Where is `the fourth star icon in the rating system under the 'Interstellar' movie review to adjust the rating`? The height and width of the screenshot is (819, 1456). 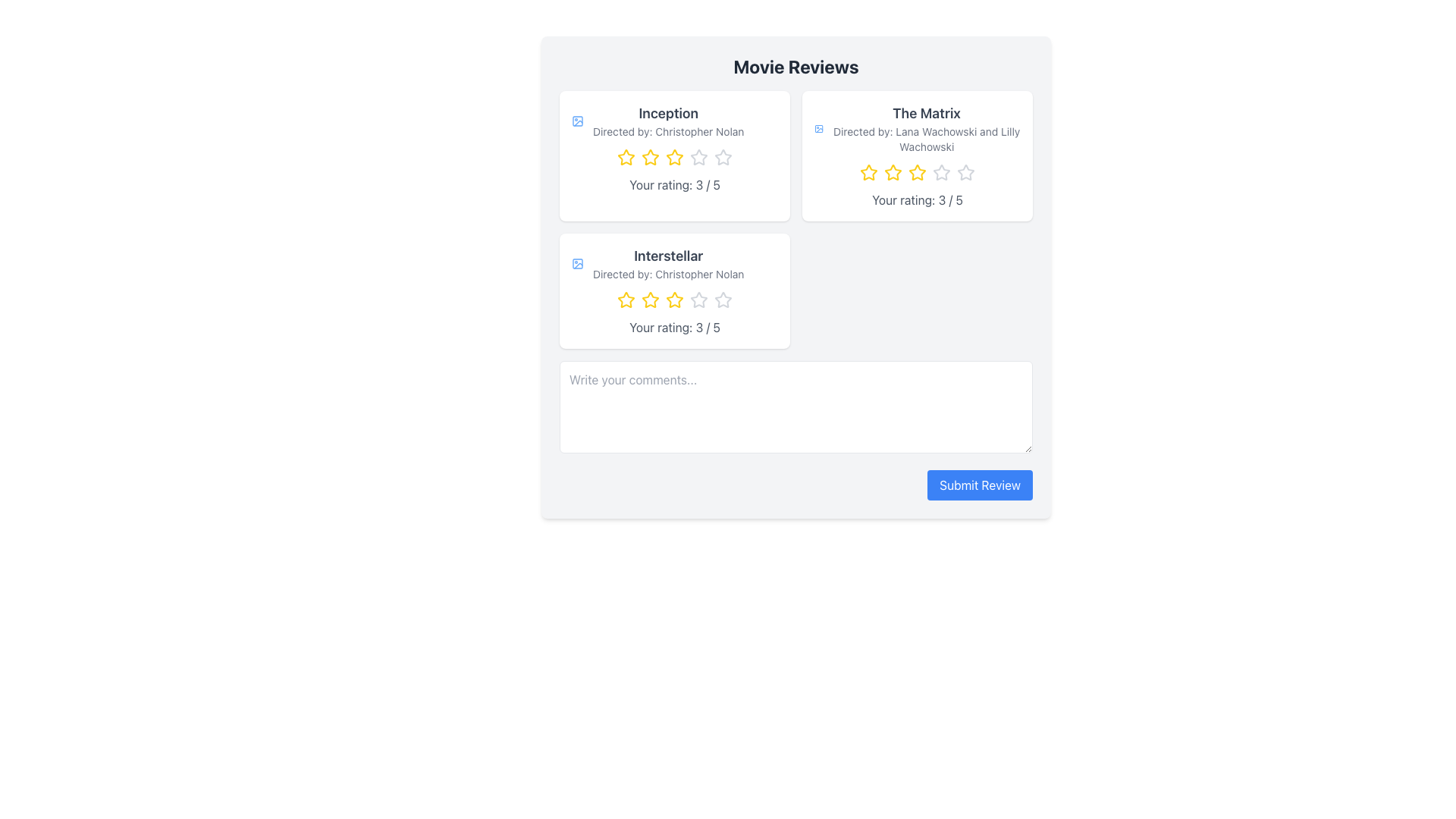
the fourth star icon in the rating system under the 'Interstellar' movie review to adjust the rating is located at coordinates (723, 300).